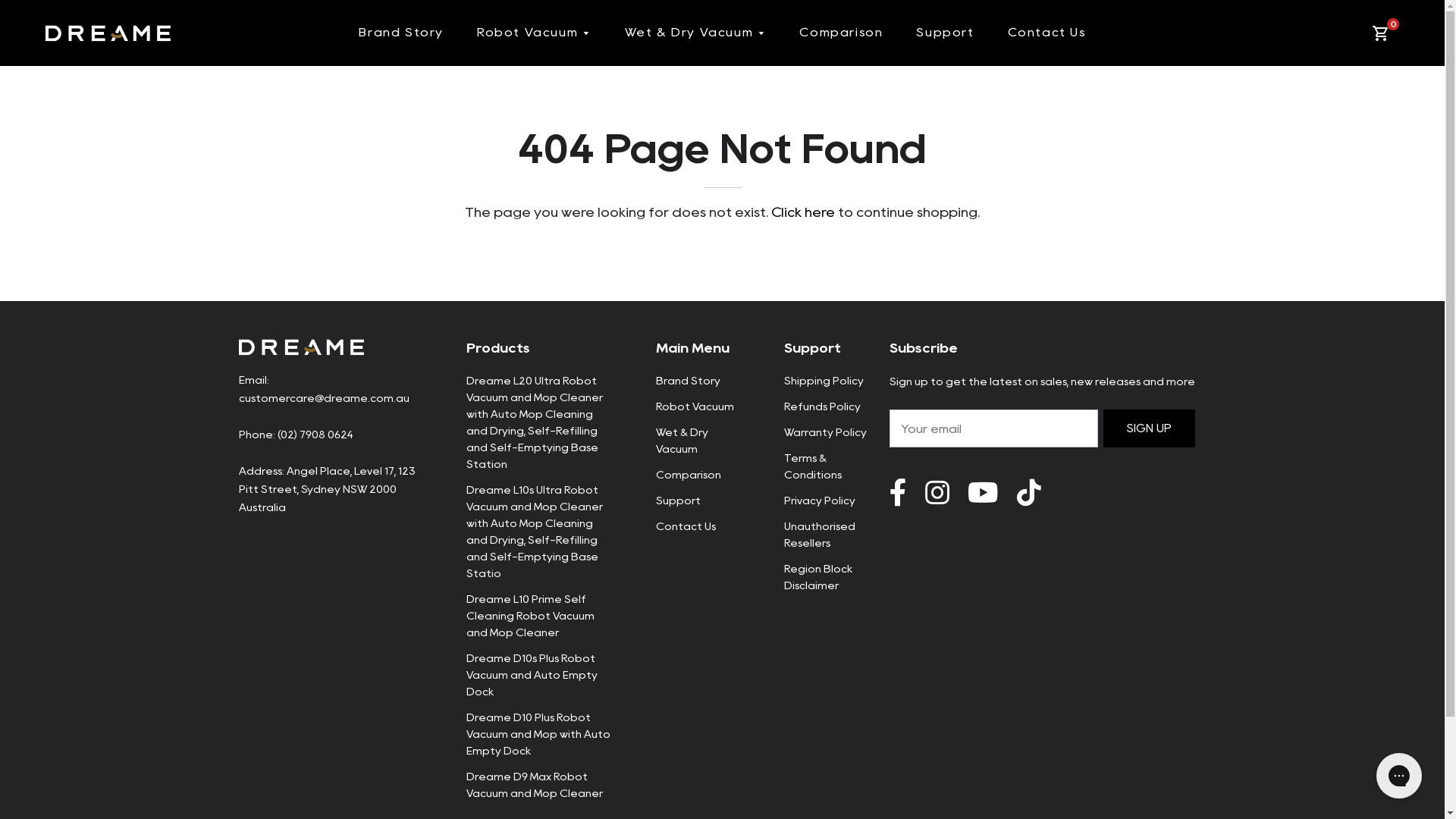  What do you see at coordinates (1383, 33) in the screenshot?
I see `'CART` at bounding box center [1383, 33].